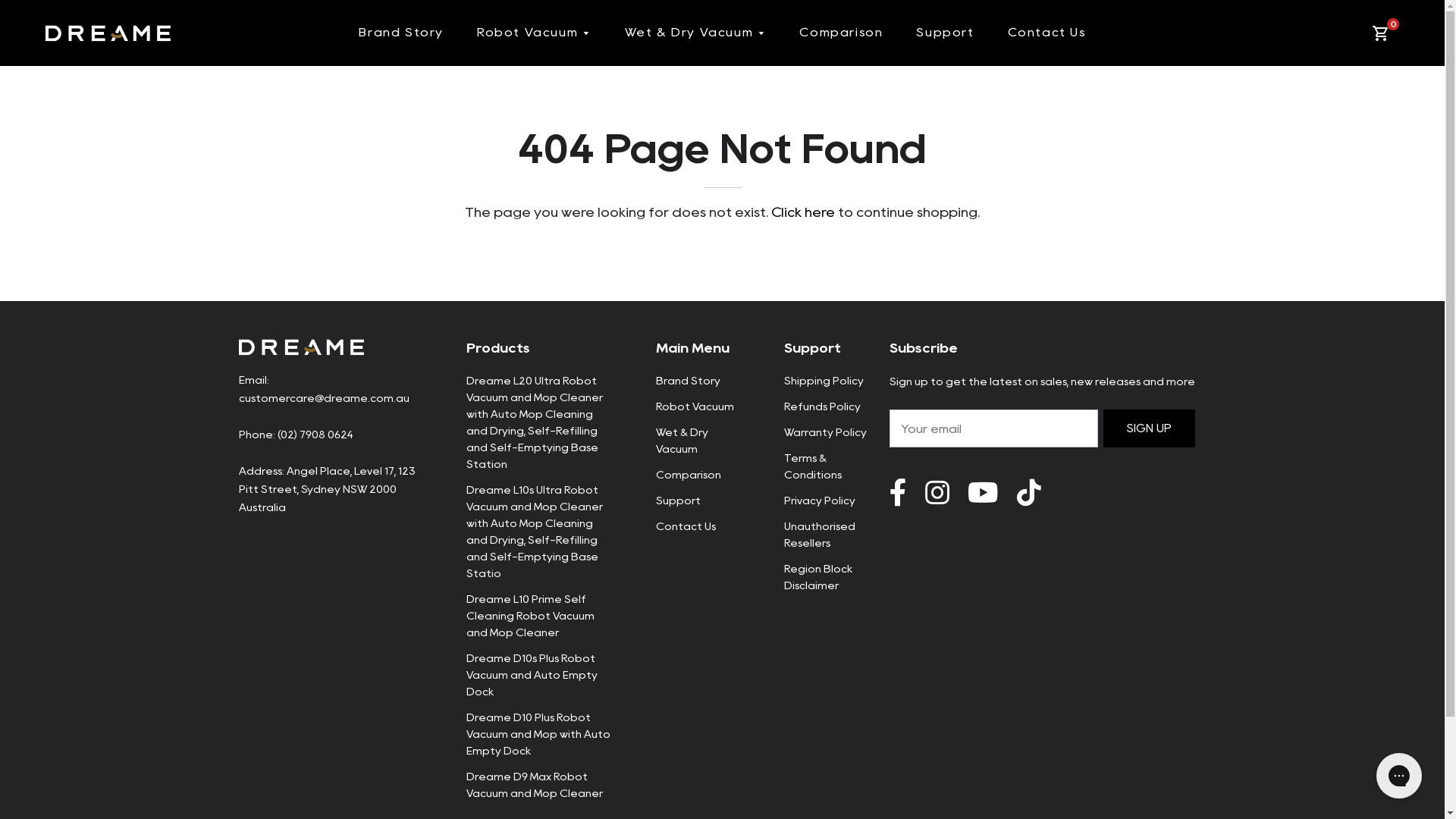  What do you see at coordinates (1383, 33) in the screenshot?
I see `'CART` at bounding box center [1383, 33].